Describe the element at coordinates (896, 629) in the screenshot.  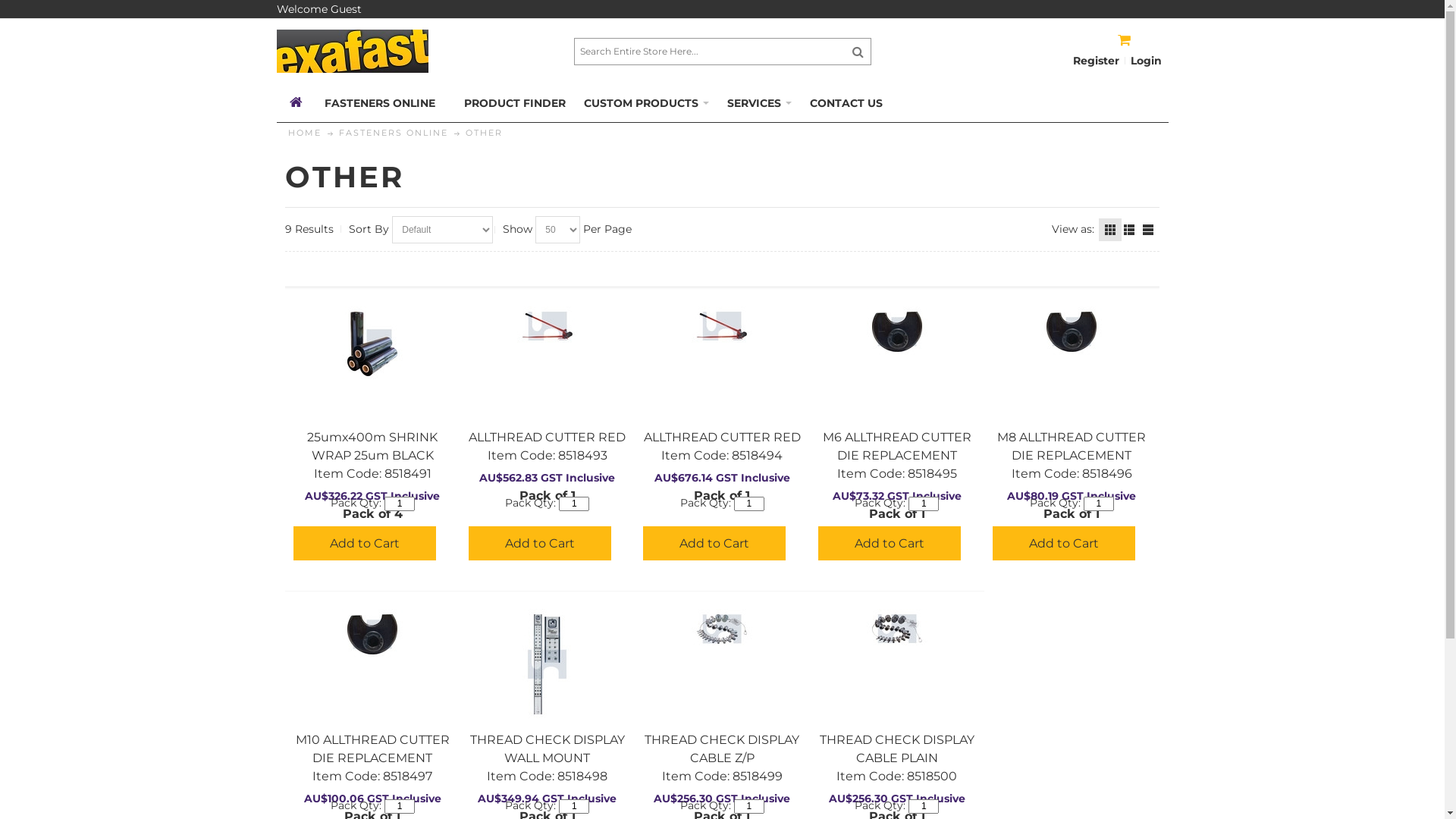
I see `'THREAD CHECK DISPLAY CABLE PLAIN'` at that location.